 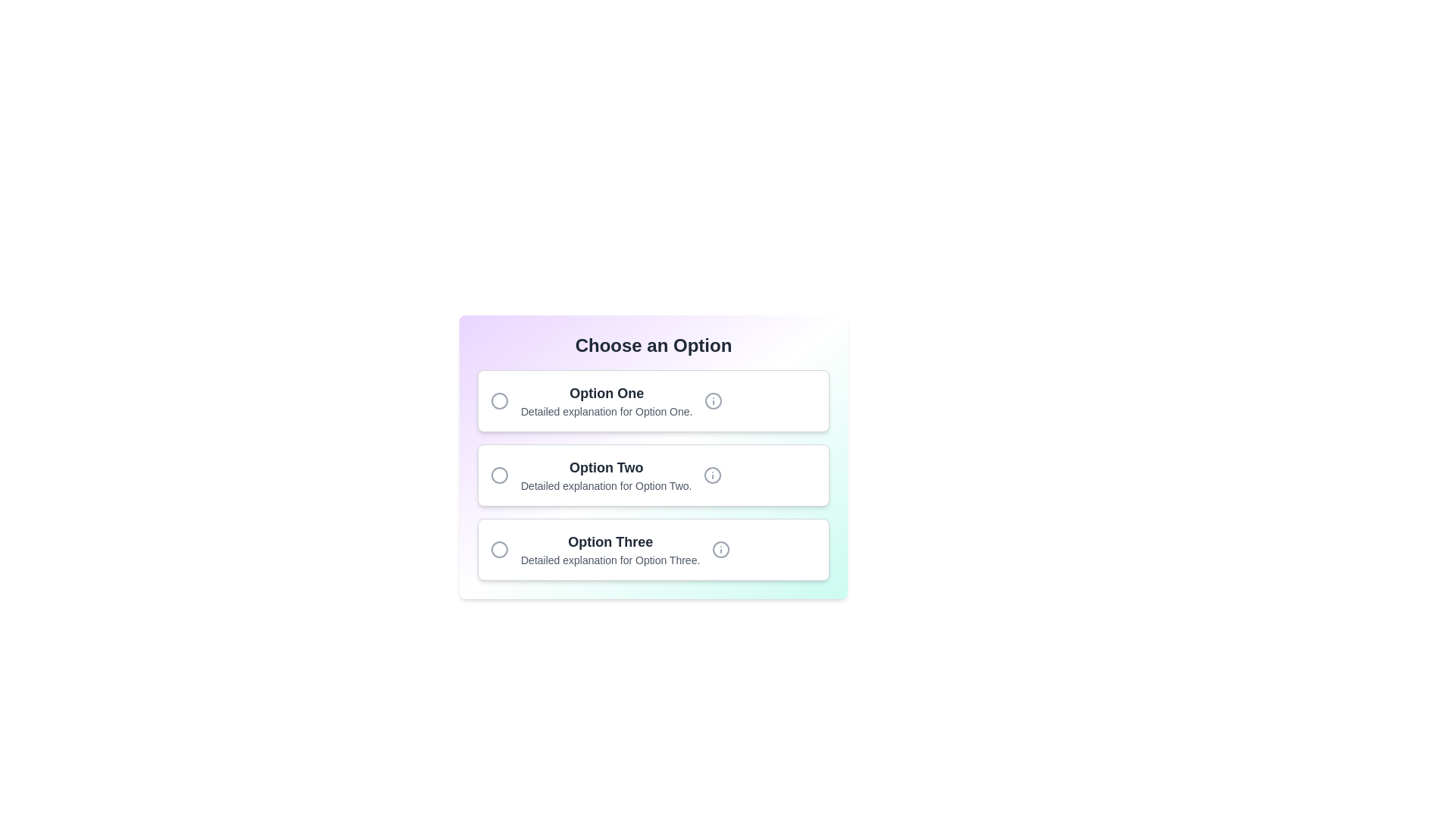 I want to click on the text label reading 'Detailed explanation for Option One.' which is styled in small gray font and located directly beneath the title 'Option One.', so click(x=607, y=412).